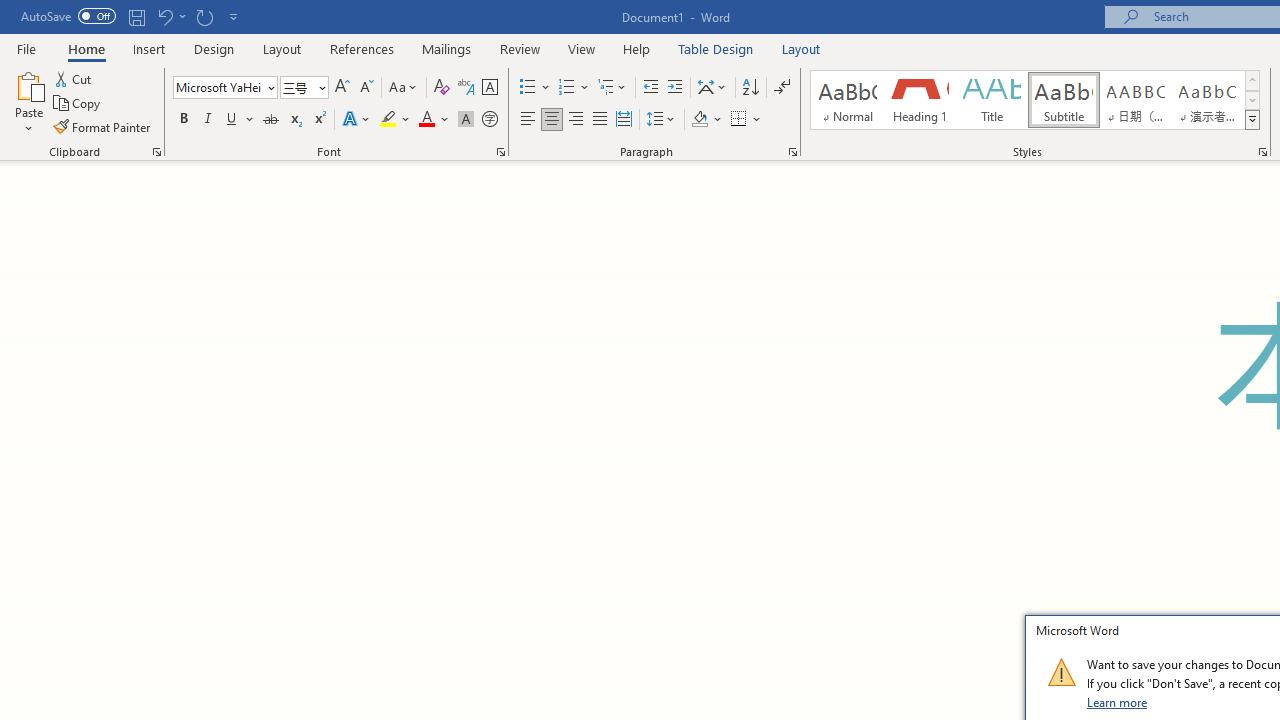  Describe the element at coordinates (598, 119) in the screenshot. I see `'Justify'` at that location.